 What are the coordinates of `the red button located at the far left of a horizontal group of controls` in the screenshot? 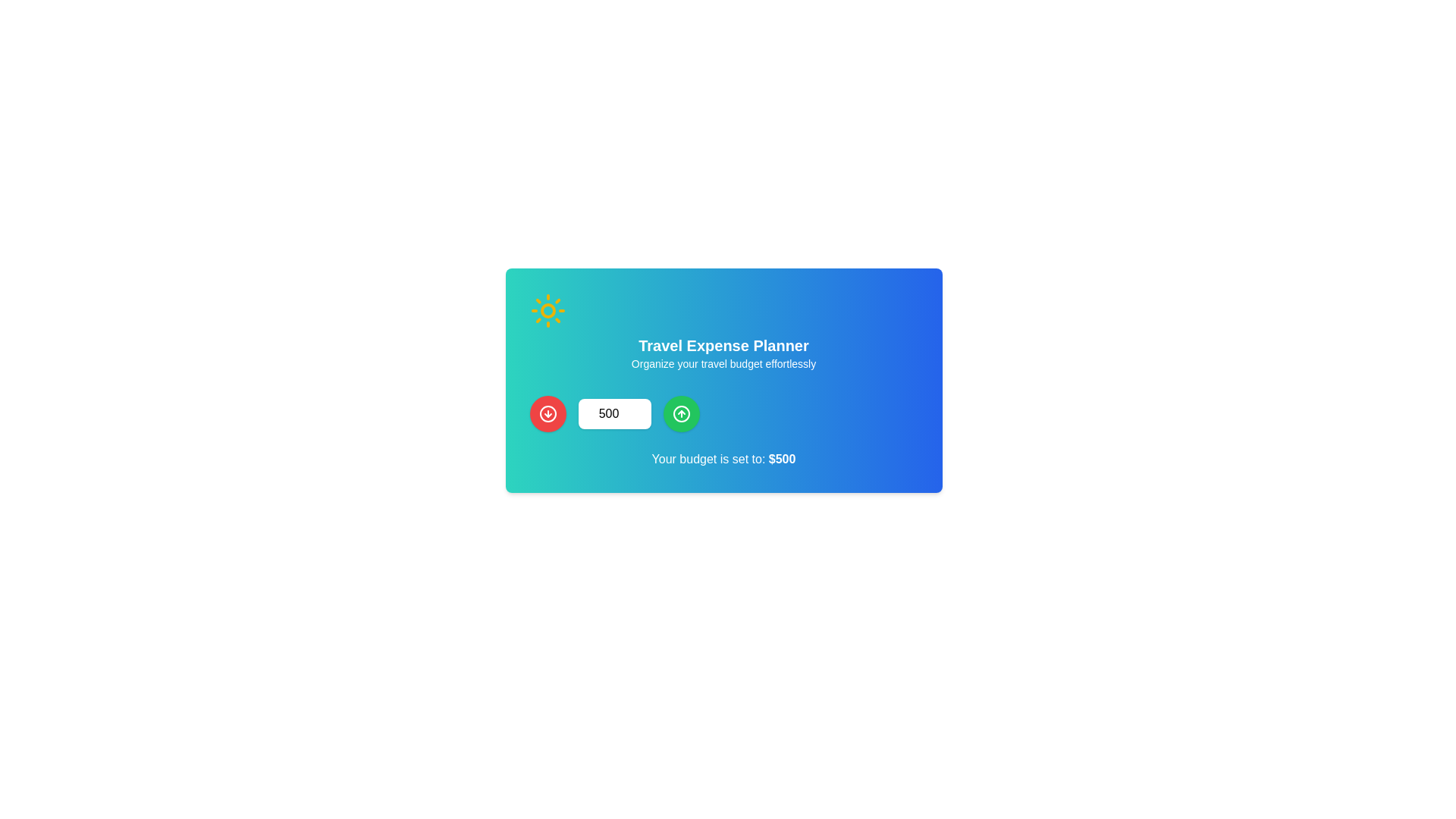 It's located at (547, 414).